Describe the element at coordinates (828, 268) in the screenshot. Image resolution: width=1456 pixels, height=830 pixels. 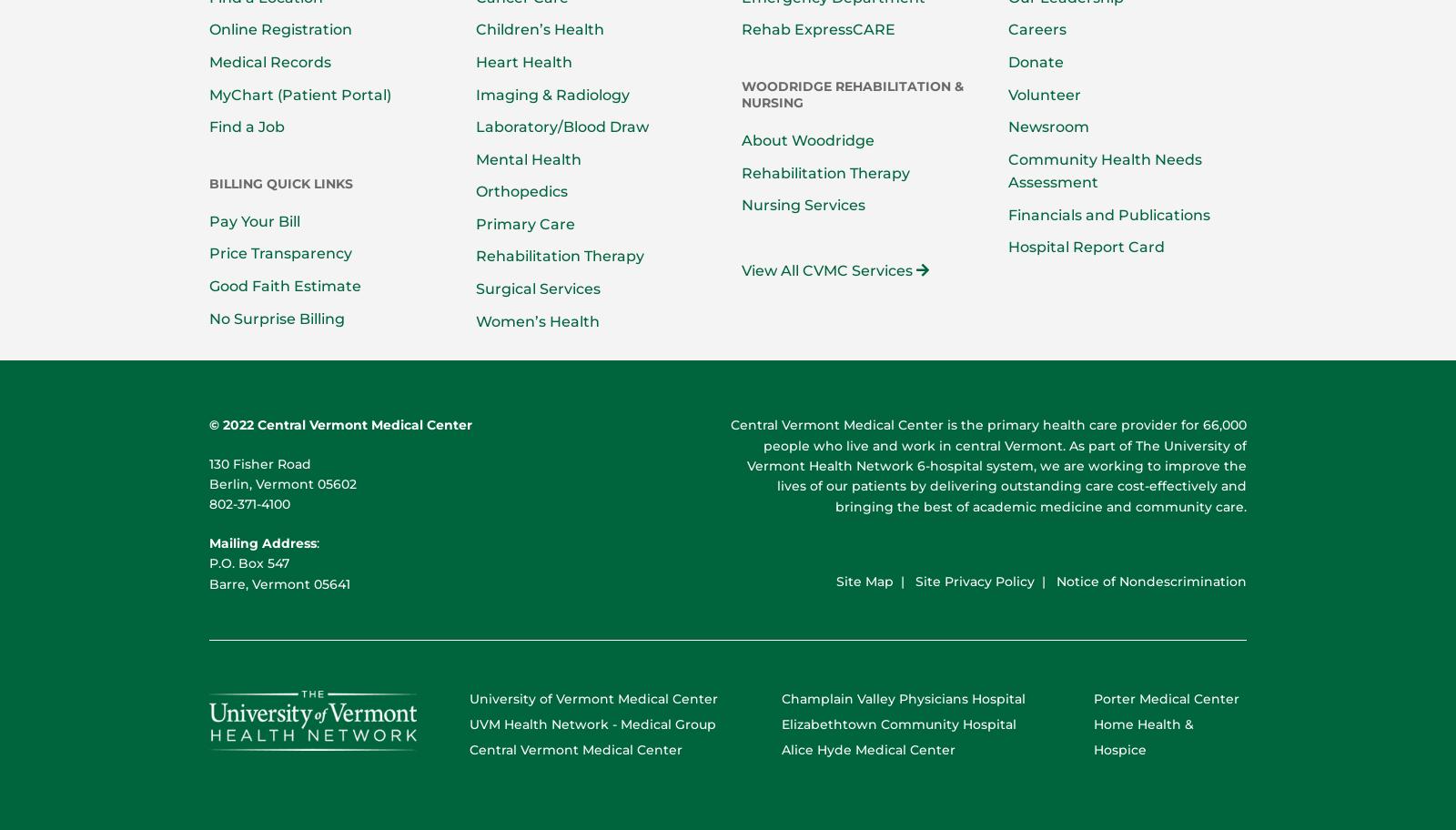
I see `'View All CVMC Services'` at that location.